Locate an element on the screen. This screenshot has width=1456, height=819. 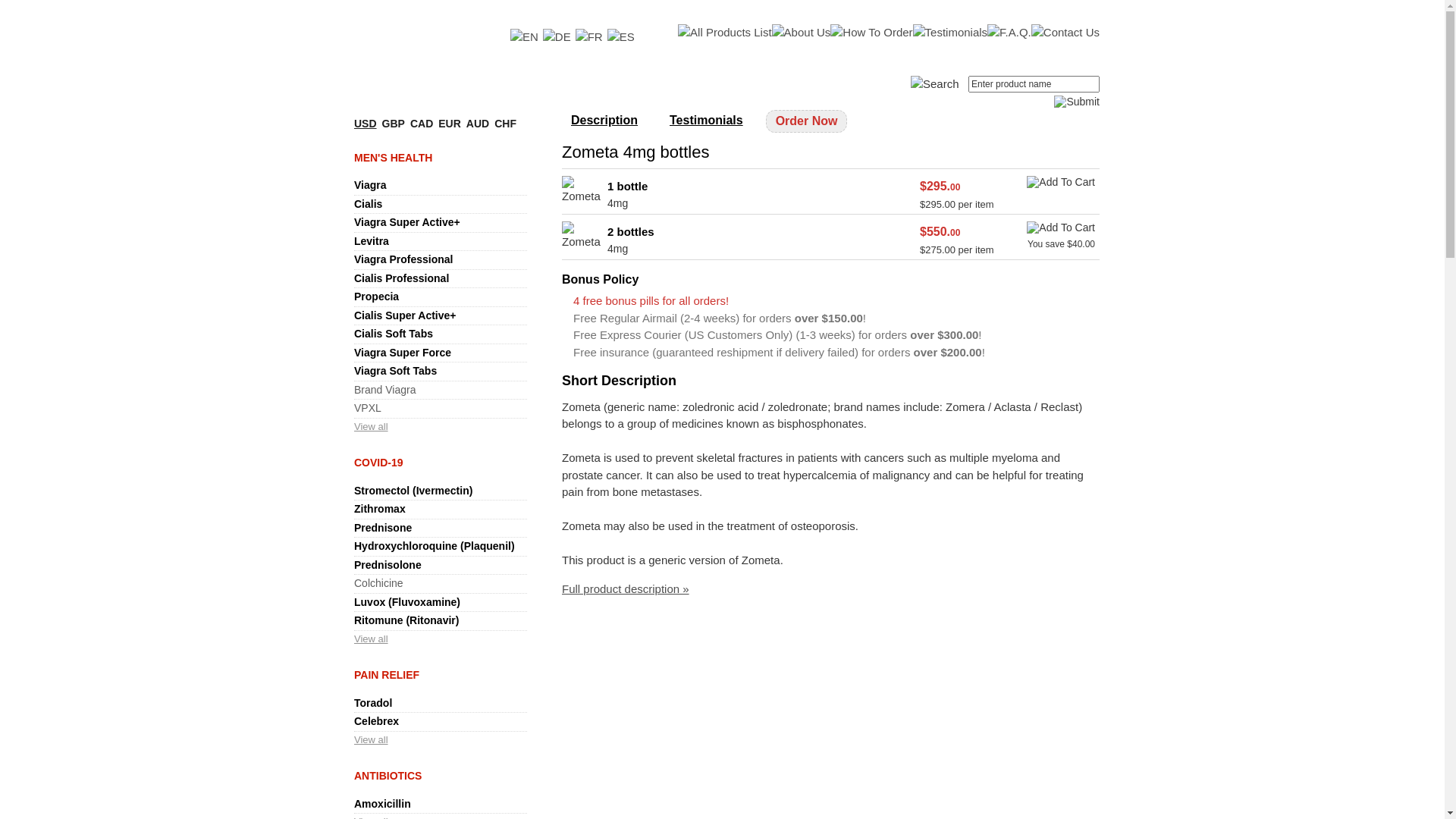
'View all' is located at coordinates (353, 739).